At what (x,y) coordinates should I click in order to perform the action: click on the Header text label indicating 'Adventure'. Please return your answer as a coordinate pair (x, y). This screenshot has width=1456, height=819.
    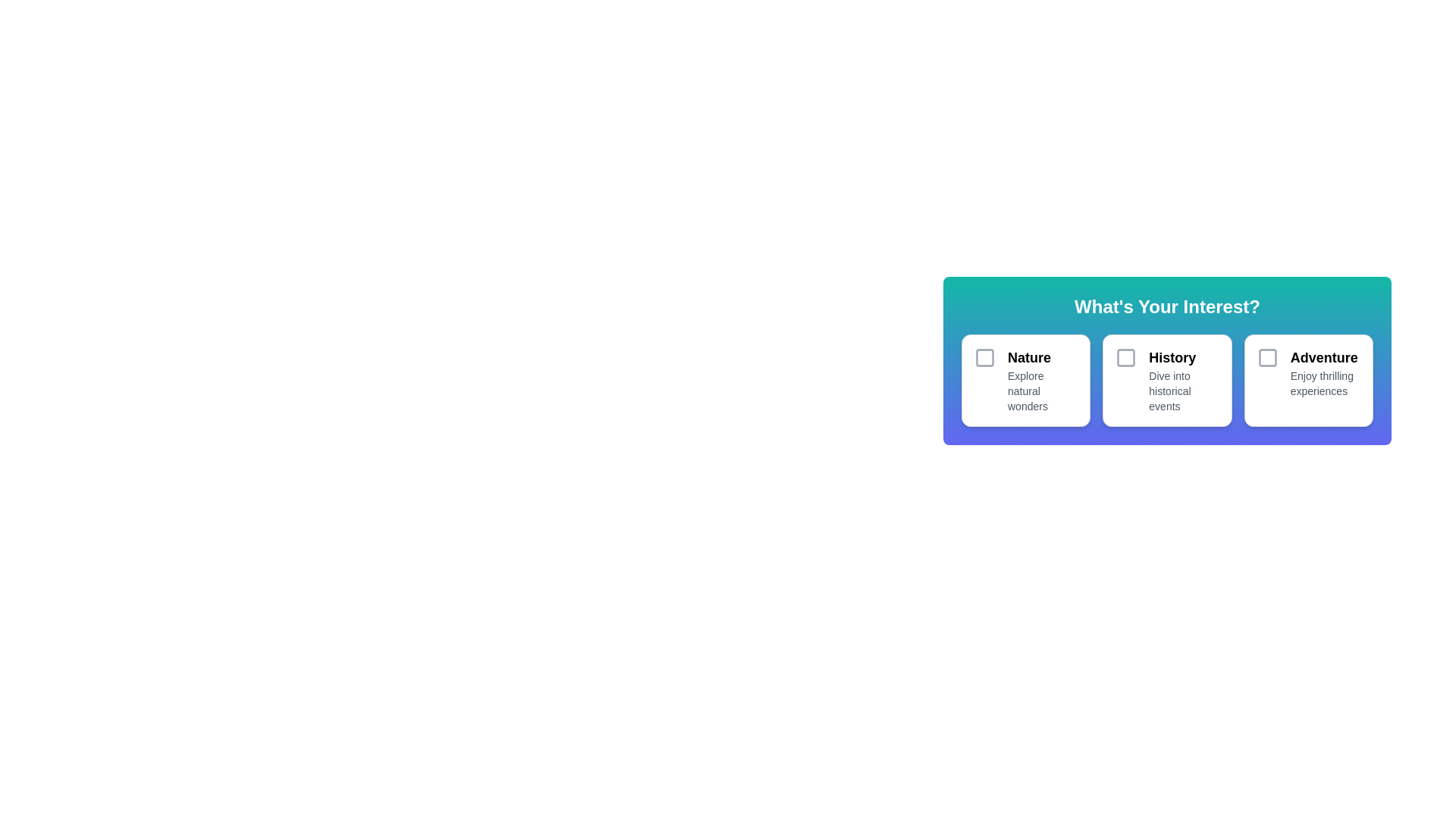
    Looking at the image, I should click on (1324, 357).